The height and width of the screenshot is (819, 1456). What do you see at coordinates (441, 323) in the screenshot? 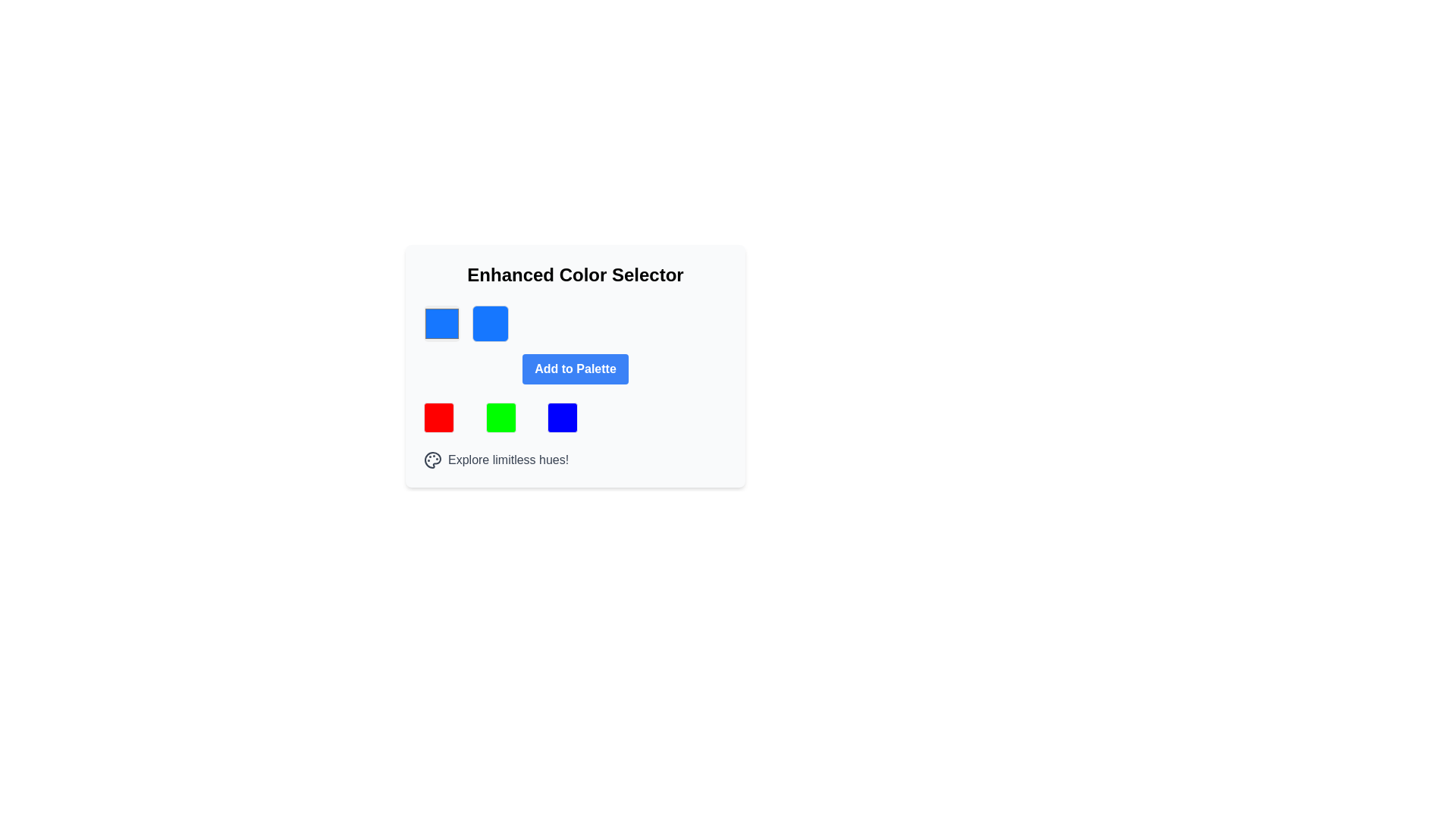
I see `the Color selector button, which is the first square component in a horizontal alignment` at bounding box center [441, 323].